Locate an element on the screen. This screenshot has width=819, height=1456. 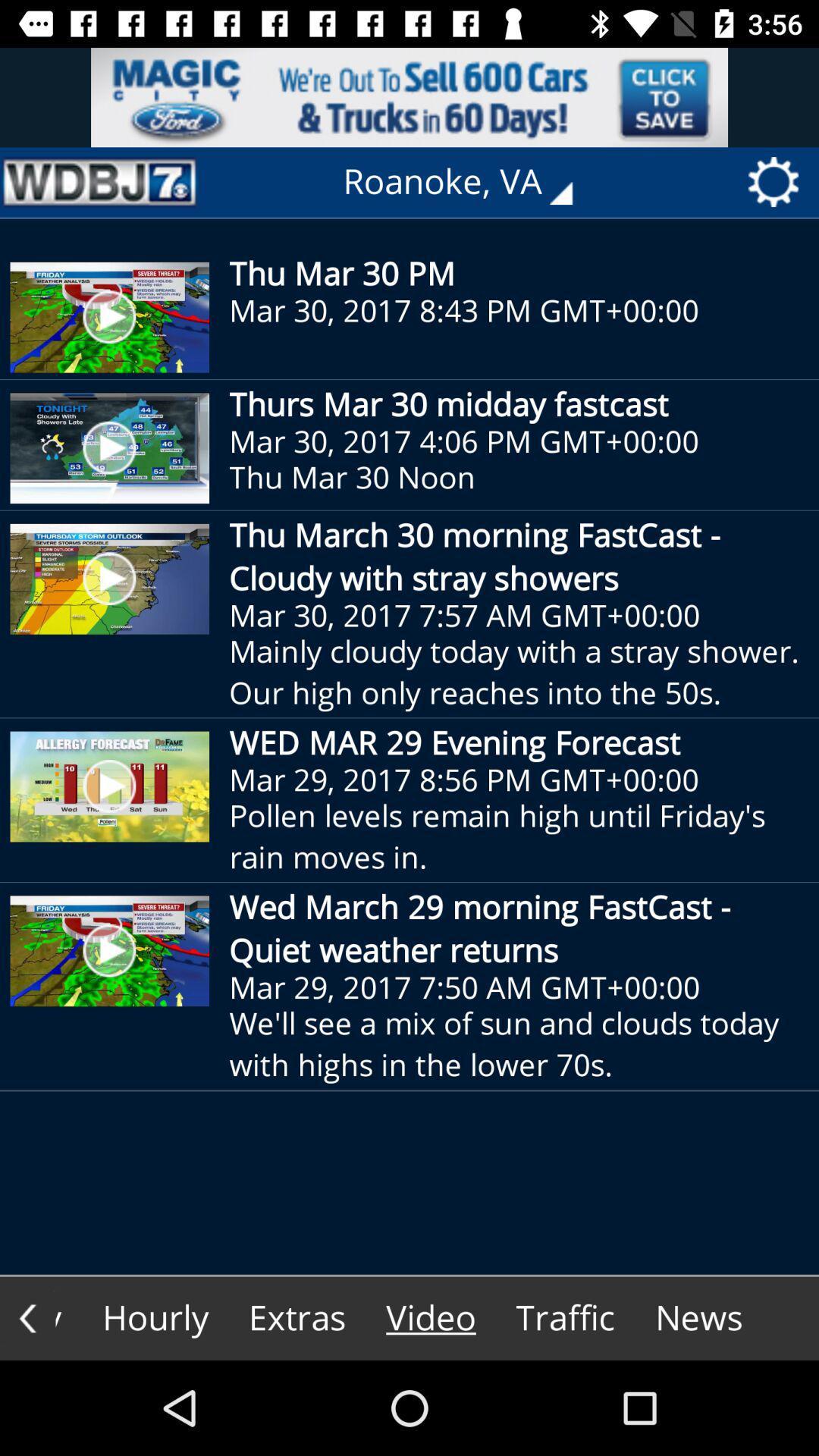
icon to the left of roanoke, va is located at coordinates (99, 182).